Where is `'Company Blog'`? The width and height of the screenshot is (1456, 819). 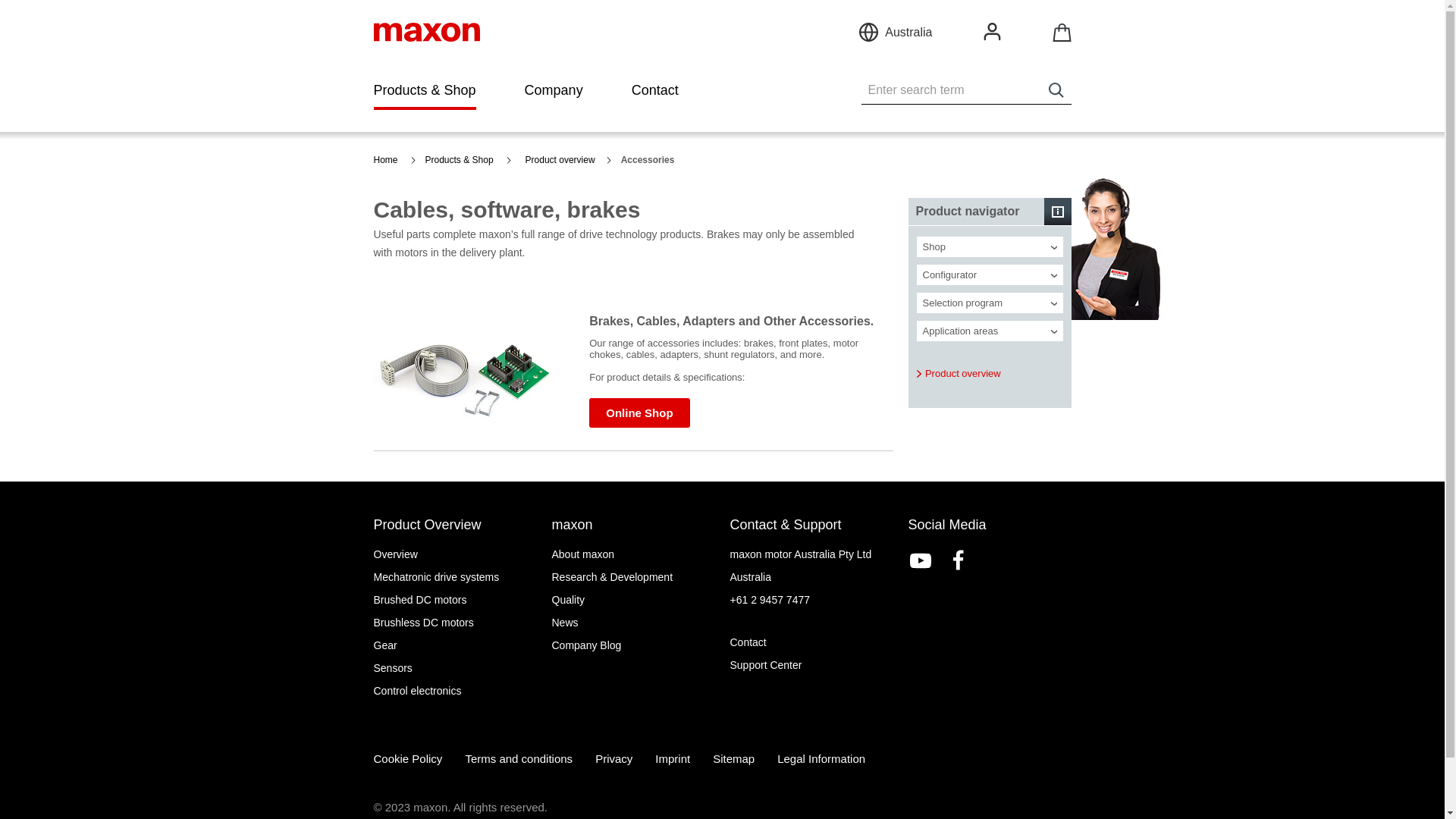 'Company Blog' is located at coordinates (633, 645).